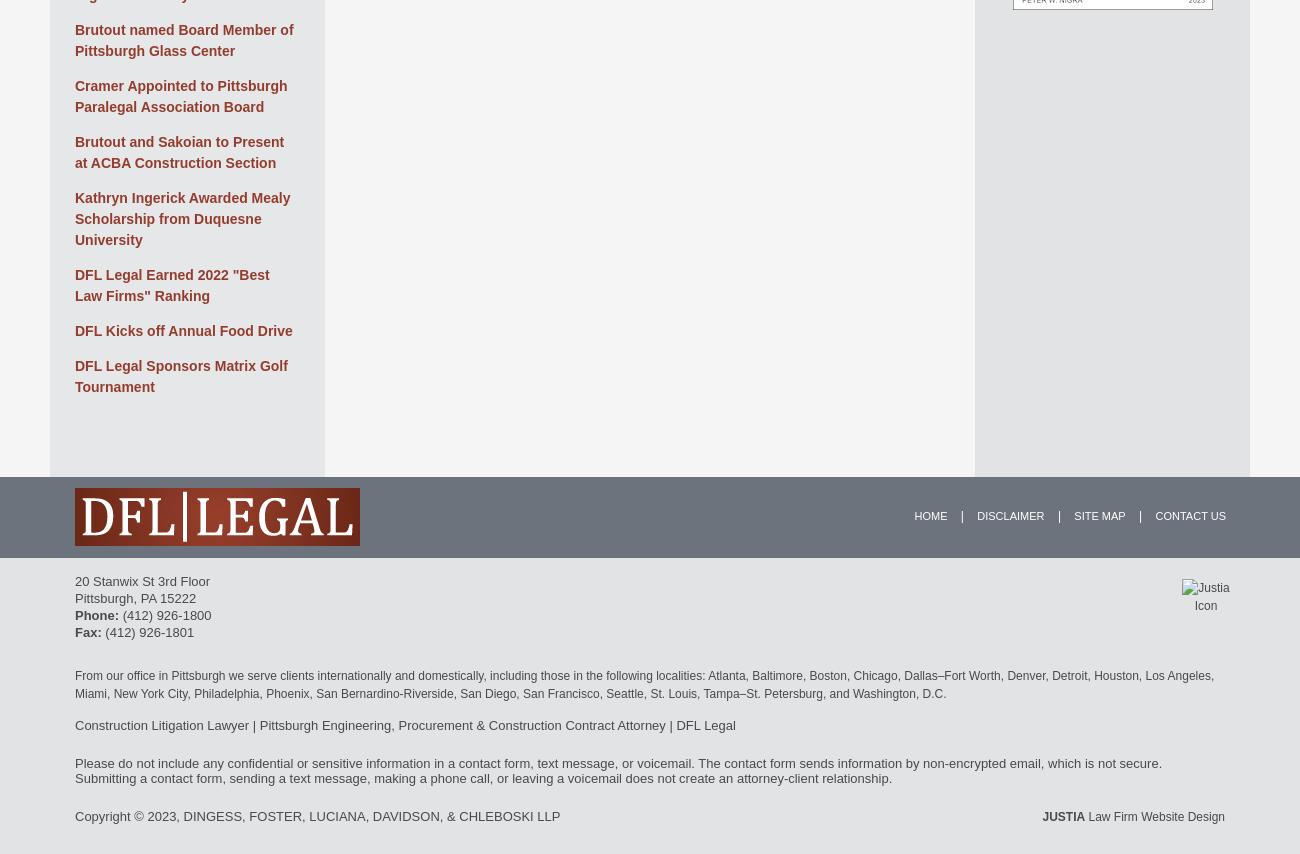 Image resolution: width=1300 pixels, height=854 pixels. Describe the element at coordinates (131, 597) in the screenshot. I see `','` at that location.